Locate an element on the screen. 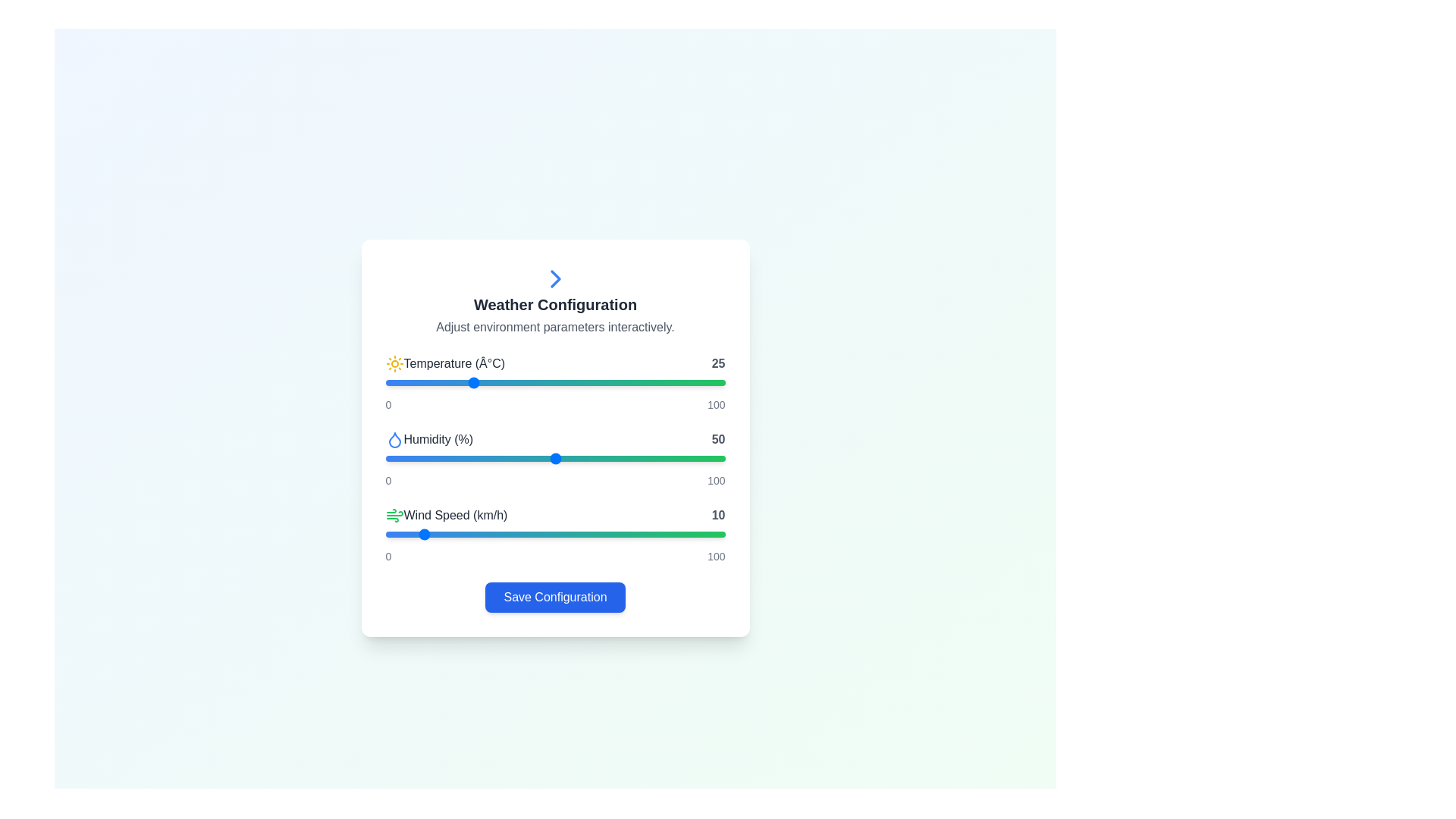 The height and width of the screenshot is (819, 1456). slider value is located at coordinates (439, 382).